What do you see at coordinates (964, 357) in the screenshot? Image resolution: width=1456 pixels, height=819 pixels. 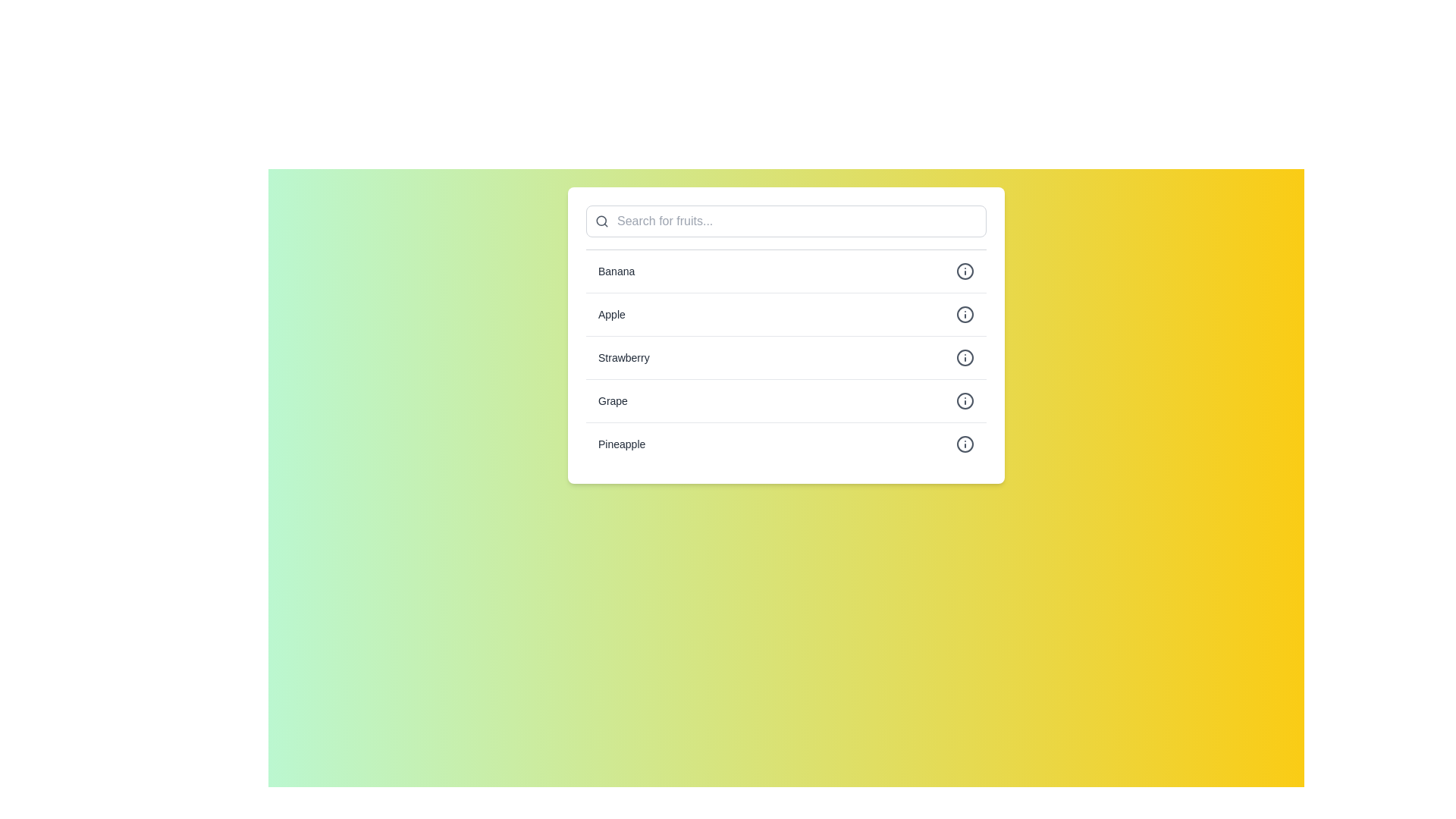 I see `the icon button located on the far right side of the row labeled 'Strawberry'` at bounding box center [964, 357].